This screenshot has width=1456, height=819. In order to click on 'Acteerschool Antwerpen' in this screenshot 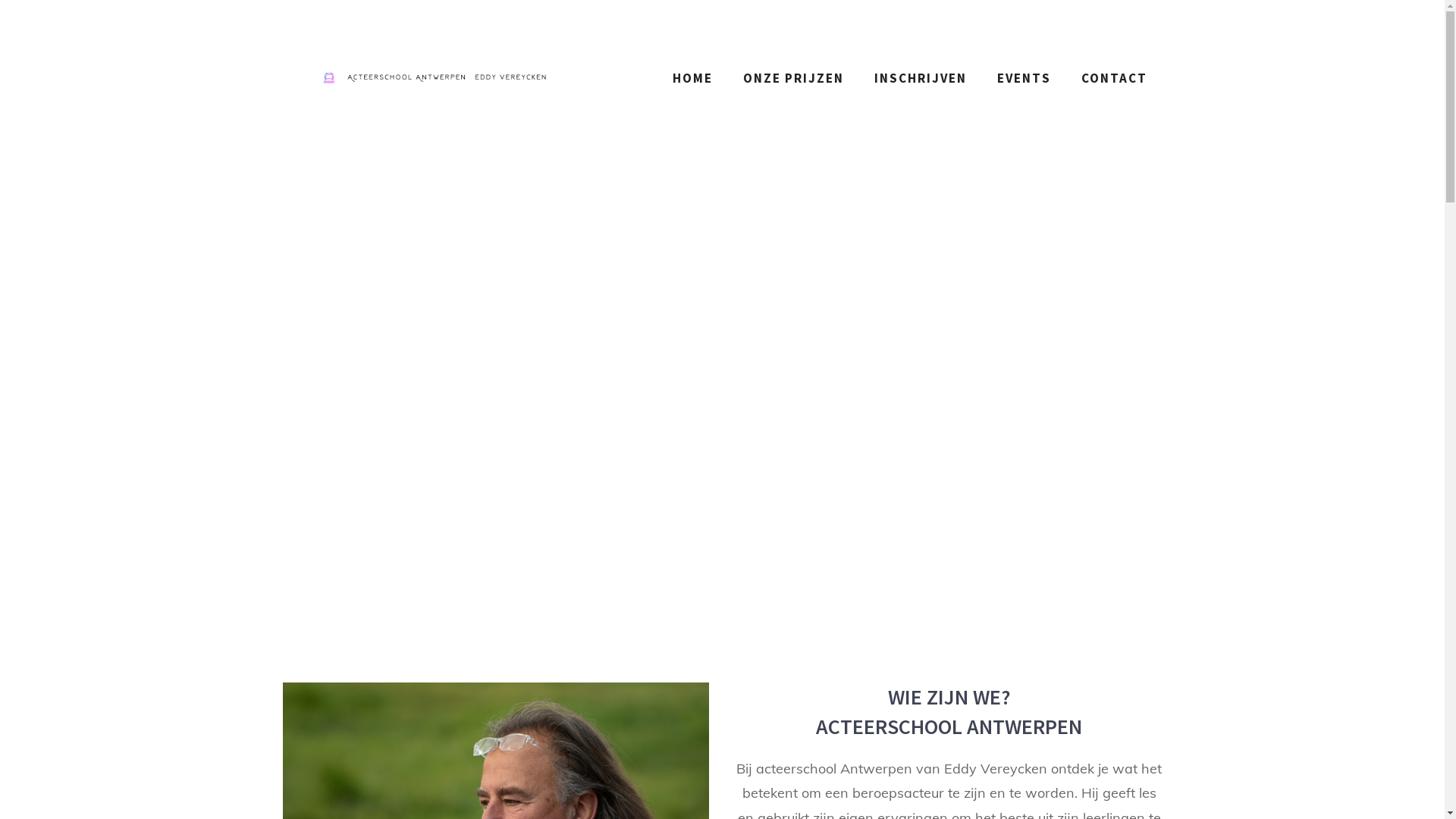, I will do `click(432, 78)`.